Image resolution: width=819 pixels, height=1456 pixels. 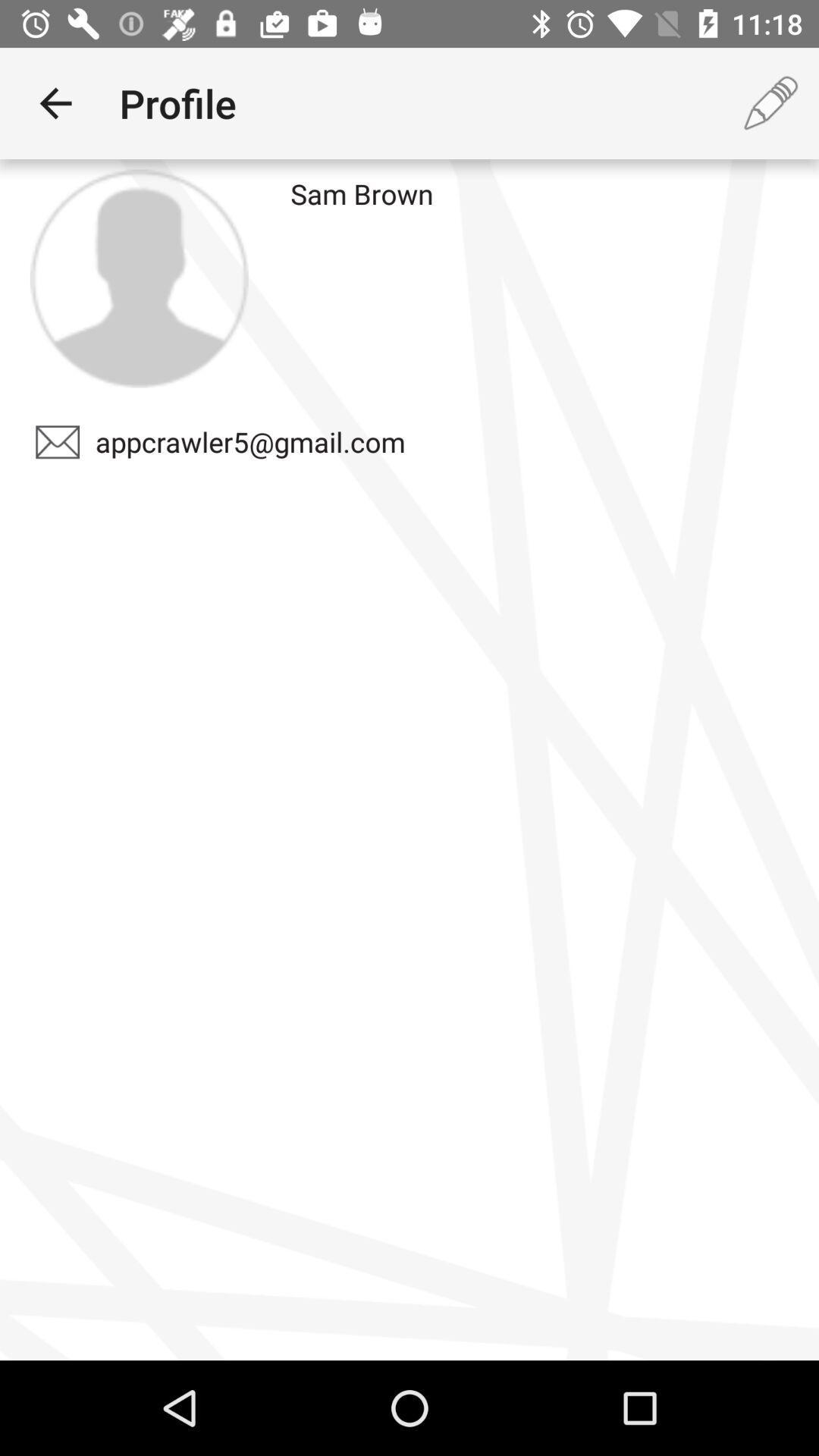 I want to click on click on favorites, so click(x=139, y=278).